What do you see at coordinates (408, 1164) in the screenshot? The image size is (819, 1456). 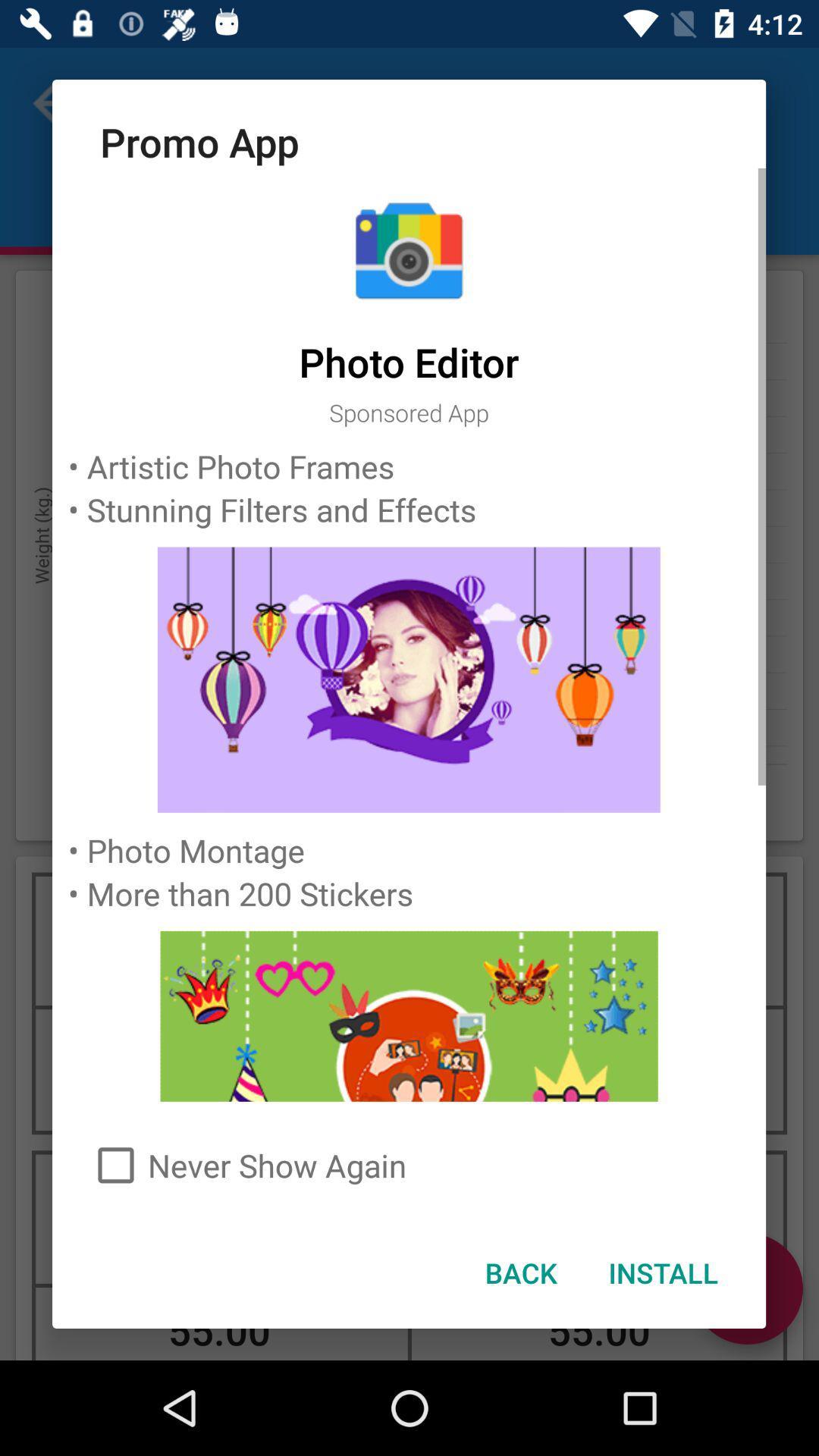 I see `the never show again icon` at bounding box center [408, 1164].